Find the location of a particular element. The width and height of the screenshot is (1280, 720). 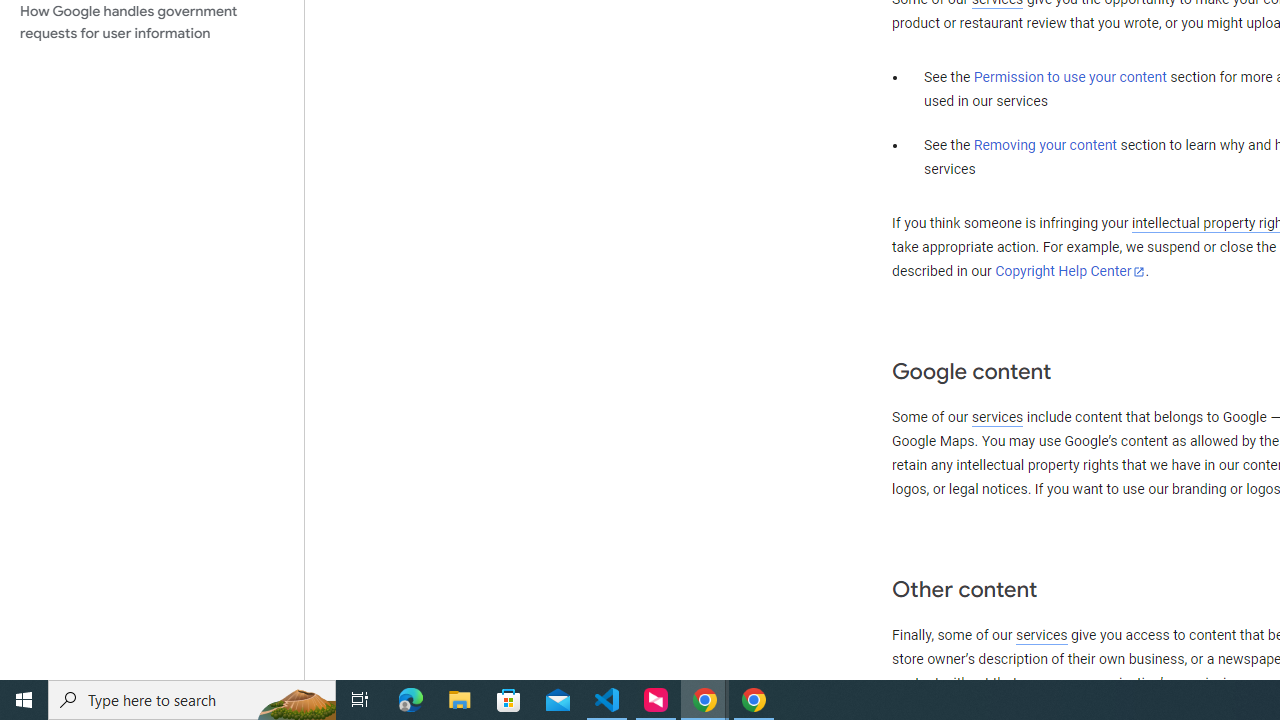

'Removing your content' is located at coordinates (1044, 144).